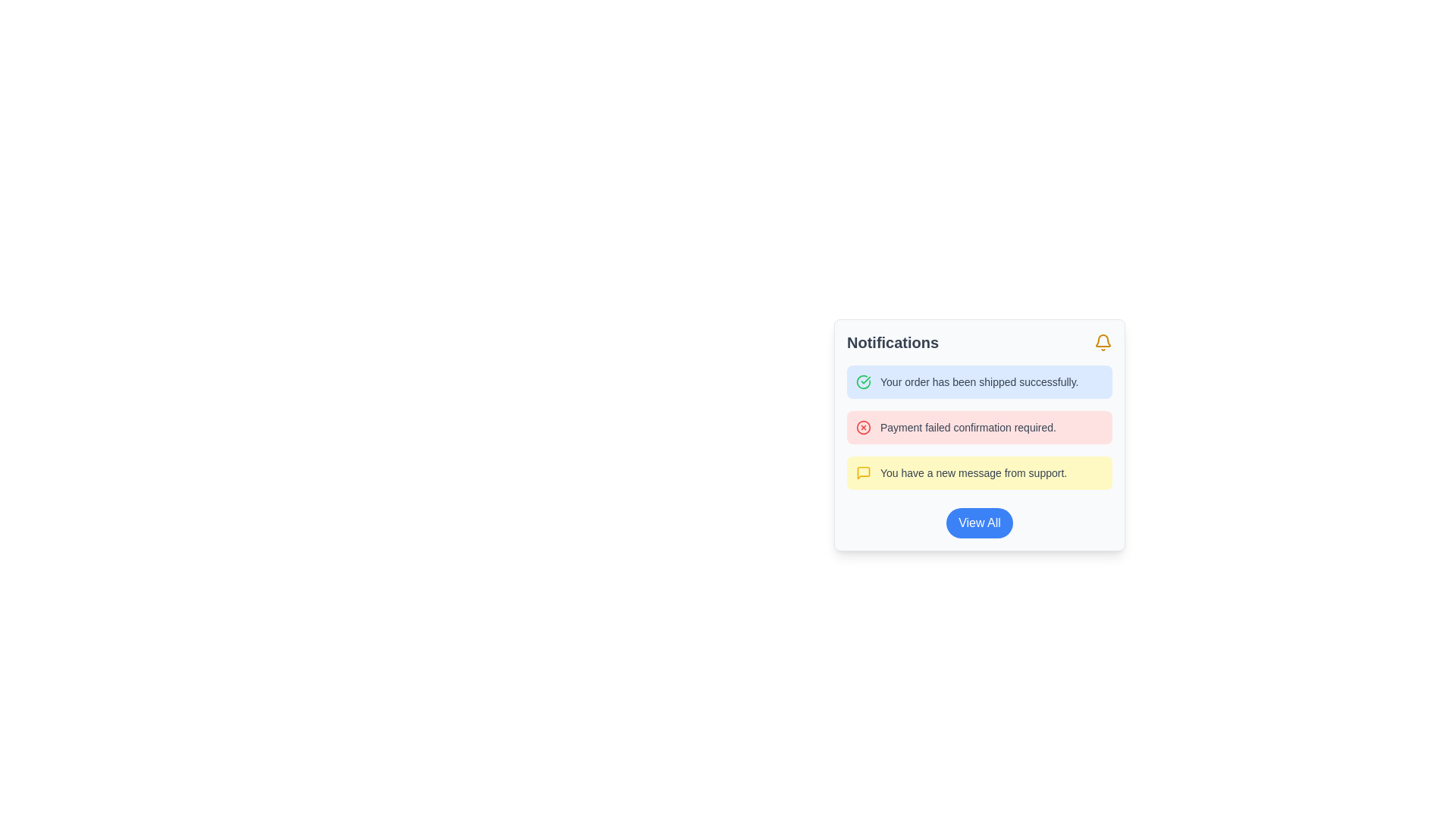  I want to click on the Notification card that informs the user about the successful shipment of an order, which is the first notification in the stack, so click(979, 381).